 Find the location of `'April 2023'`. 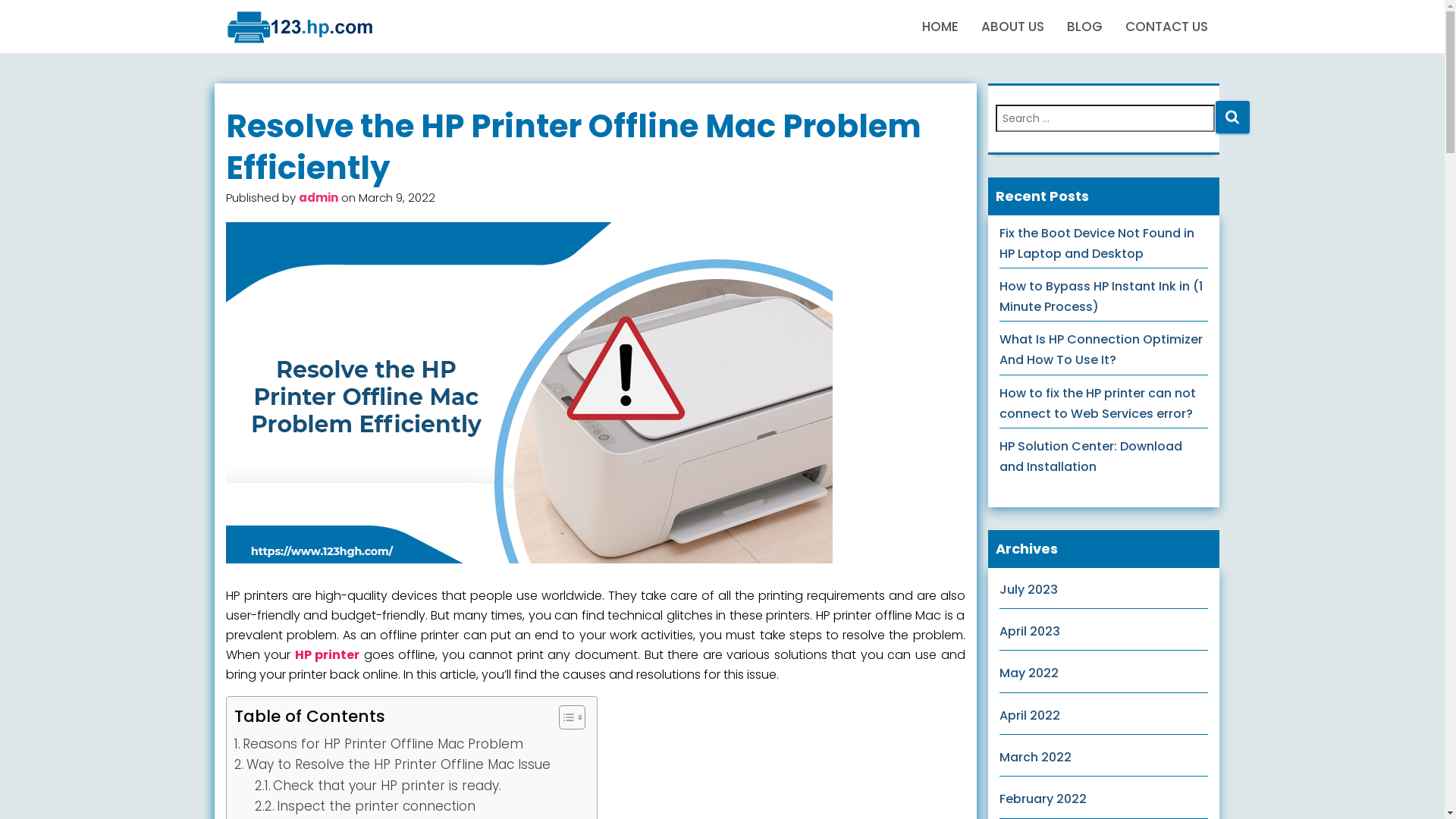

'April 2023' is located at coordinates (1030, 631).